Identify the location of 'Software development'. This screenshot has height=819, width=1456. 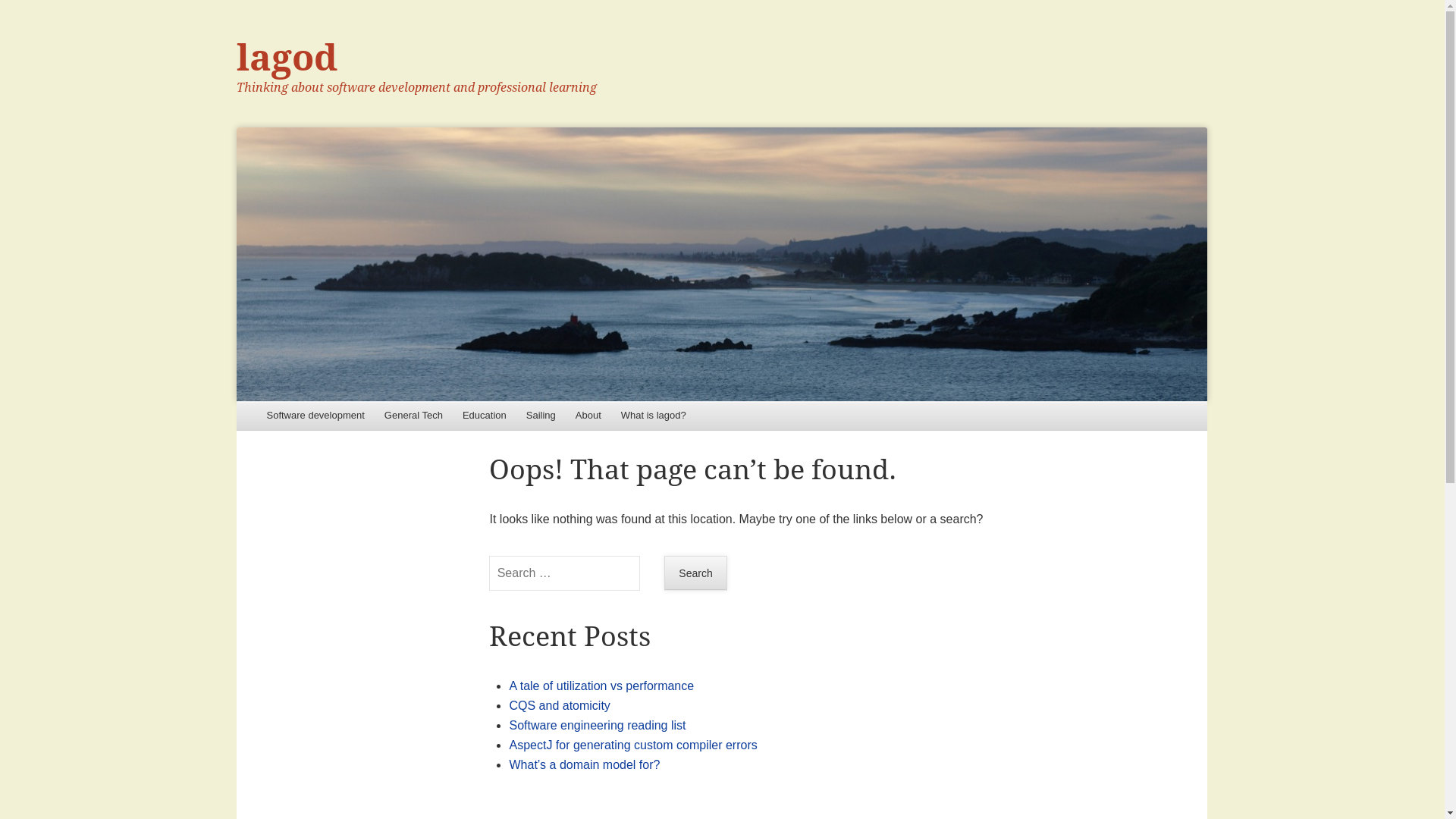
(314, 416).